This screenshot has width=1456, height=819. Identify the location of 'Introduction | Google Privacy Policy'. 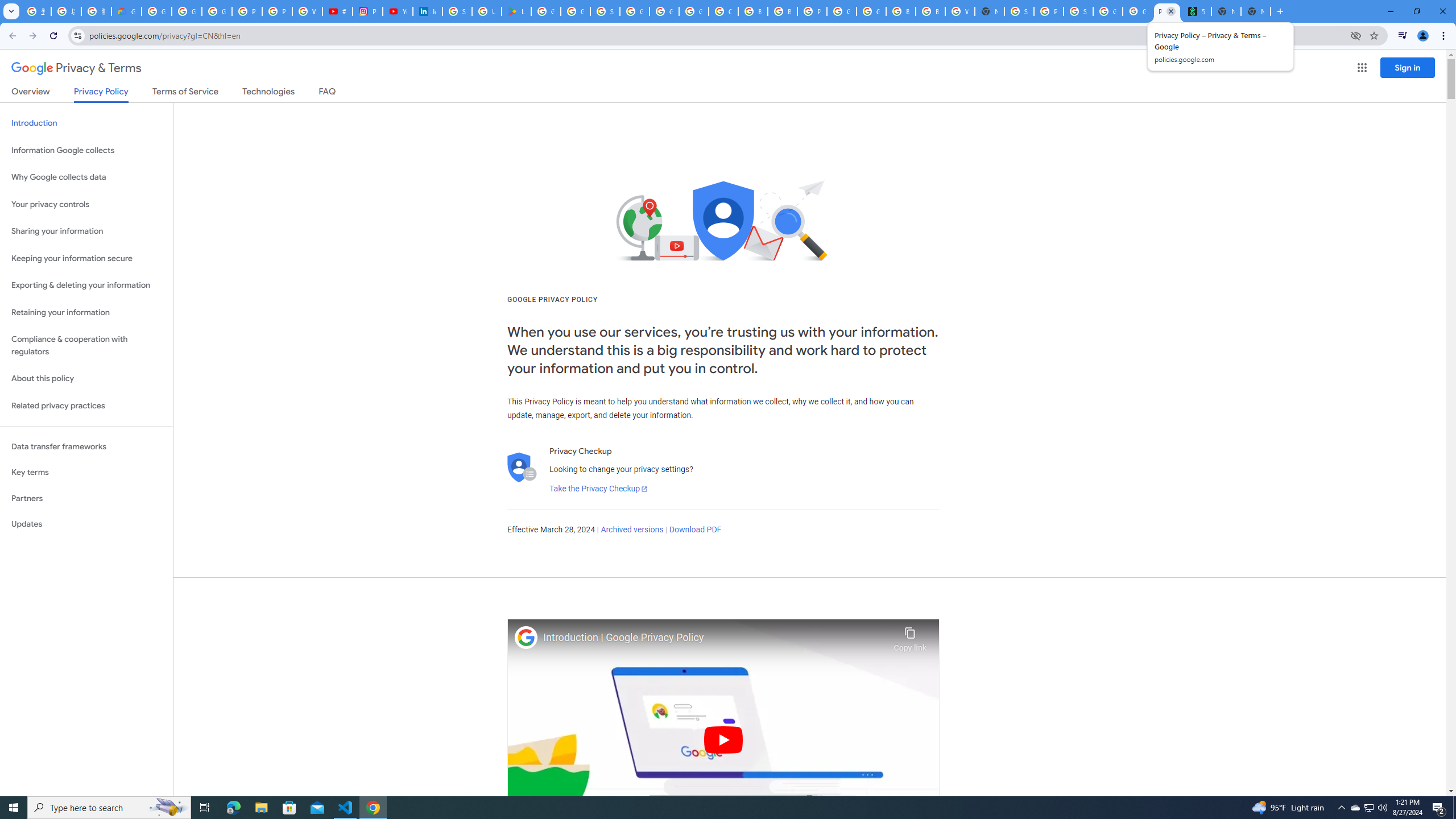
(715, 638).